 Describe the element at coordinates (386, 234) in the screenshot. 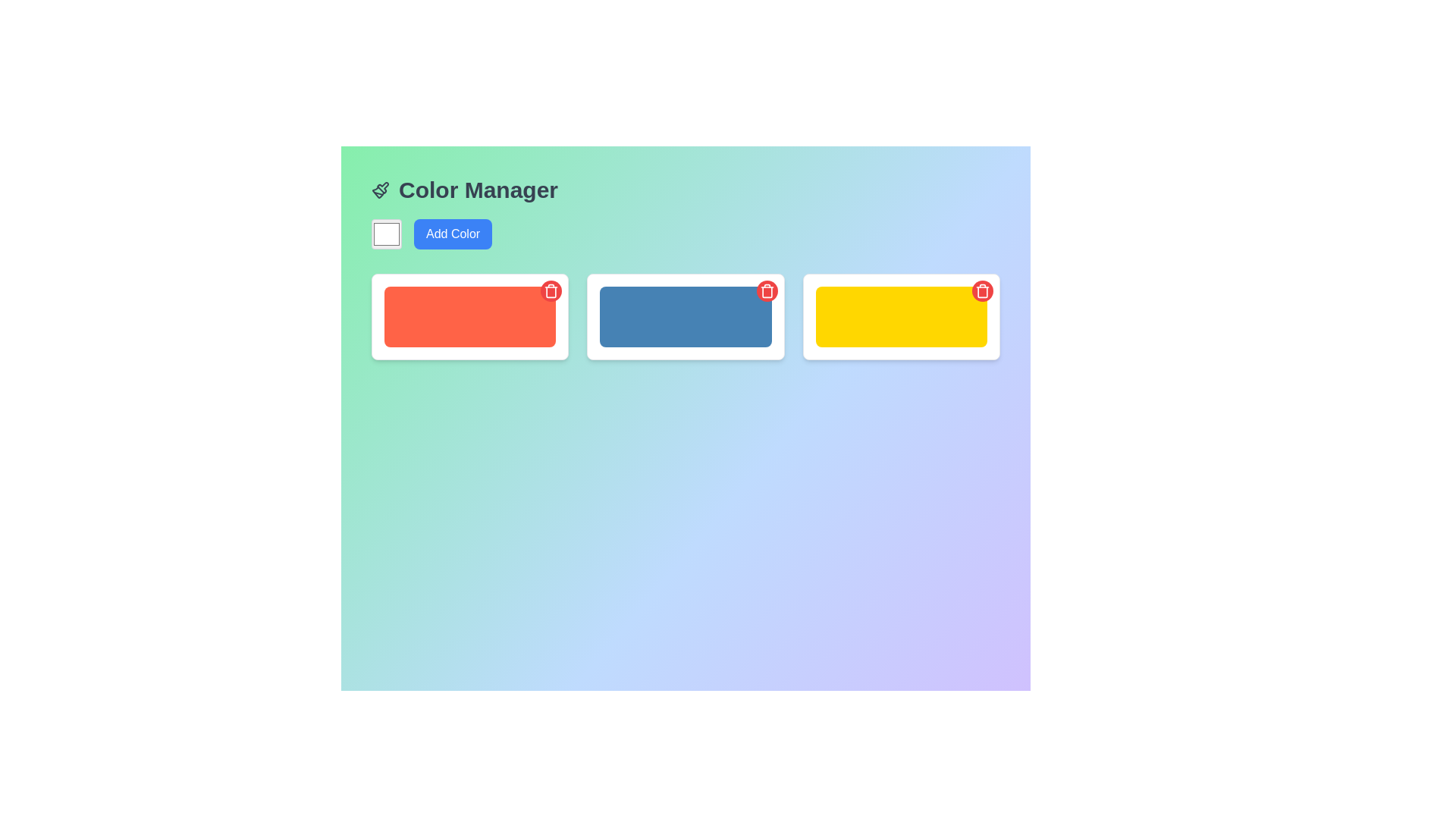

I see `the square-shaped color picker with a white fill and gray border` at that location.